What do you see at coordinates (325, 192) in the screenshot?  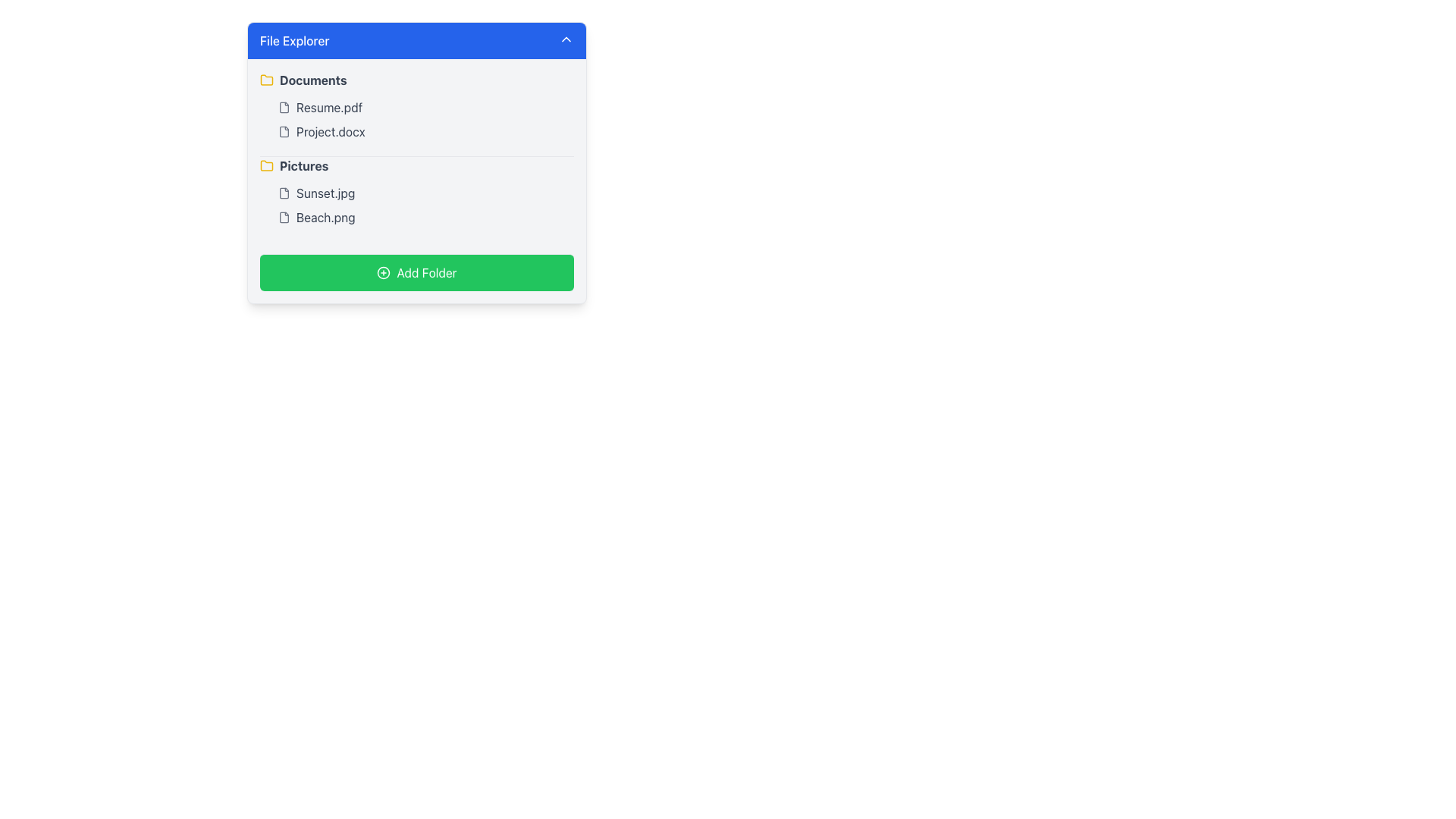 I see `the text label representing the file 'Sunset.jpg' in the Pictures folder of the file explorer interface` at bounding box center [325, 192].